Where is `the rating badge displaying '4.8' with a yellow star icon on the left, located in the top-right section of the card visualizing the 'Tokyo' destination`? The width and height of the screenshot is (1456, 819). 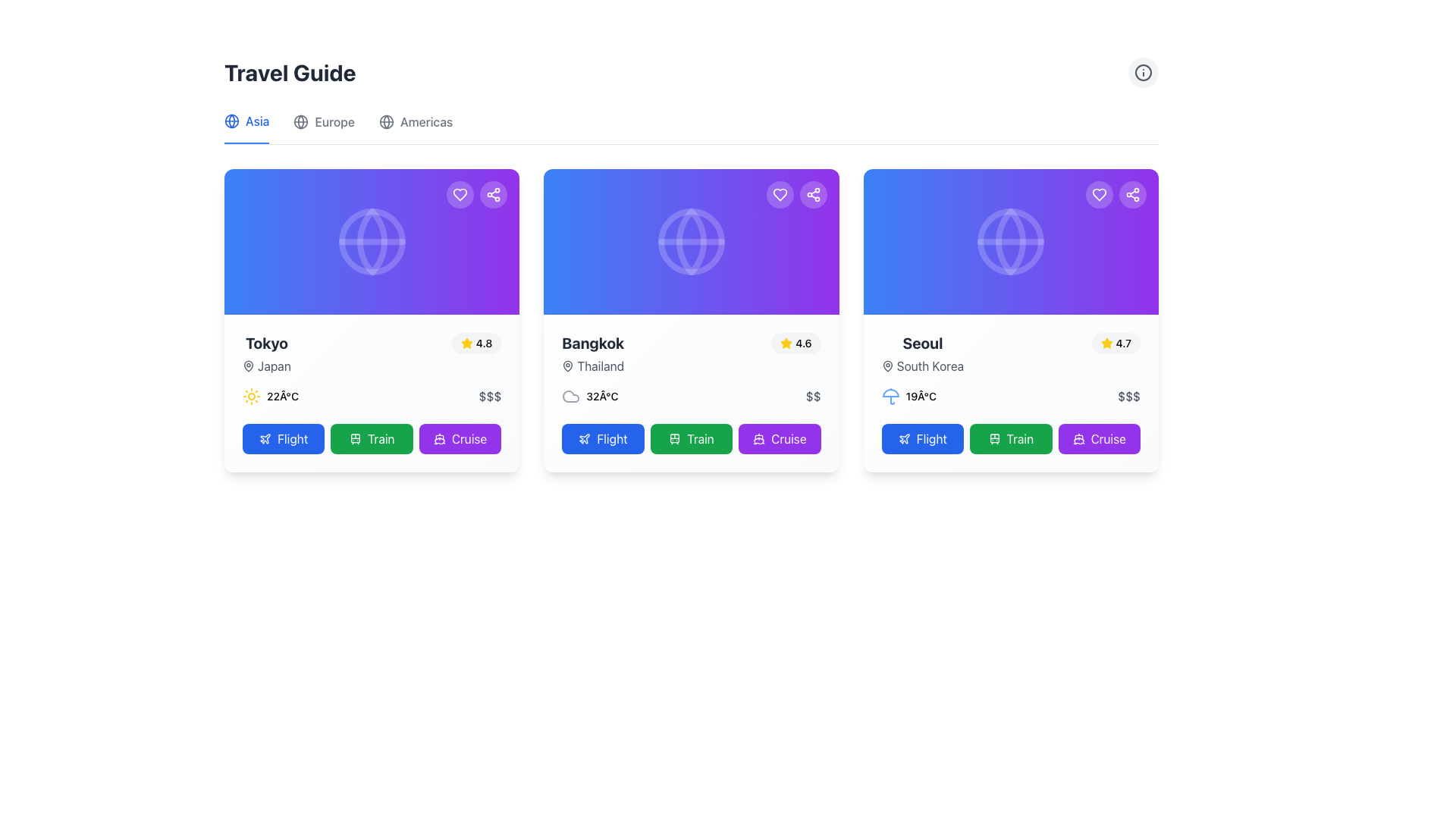 the rating badge displaying '4.8' with a yellow star icon on the left, located in the top-right section of the card visualizing the 'Tokyo' destination is located at coordinates (475, 343).